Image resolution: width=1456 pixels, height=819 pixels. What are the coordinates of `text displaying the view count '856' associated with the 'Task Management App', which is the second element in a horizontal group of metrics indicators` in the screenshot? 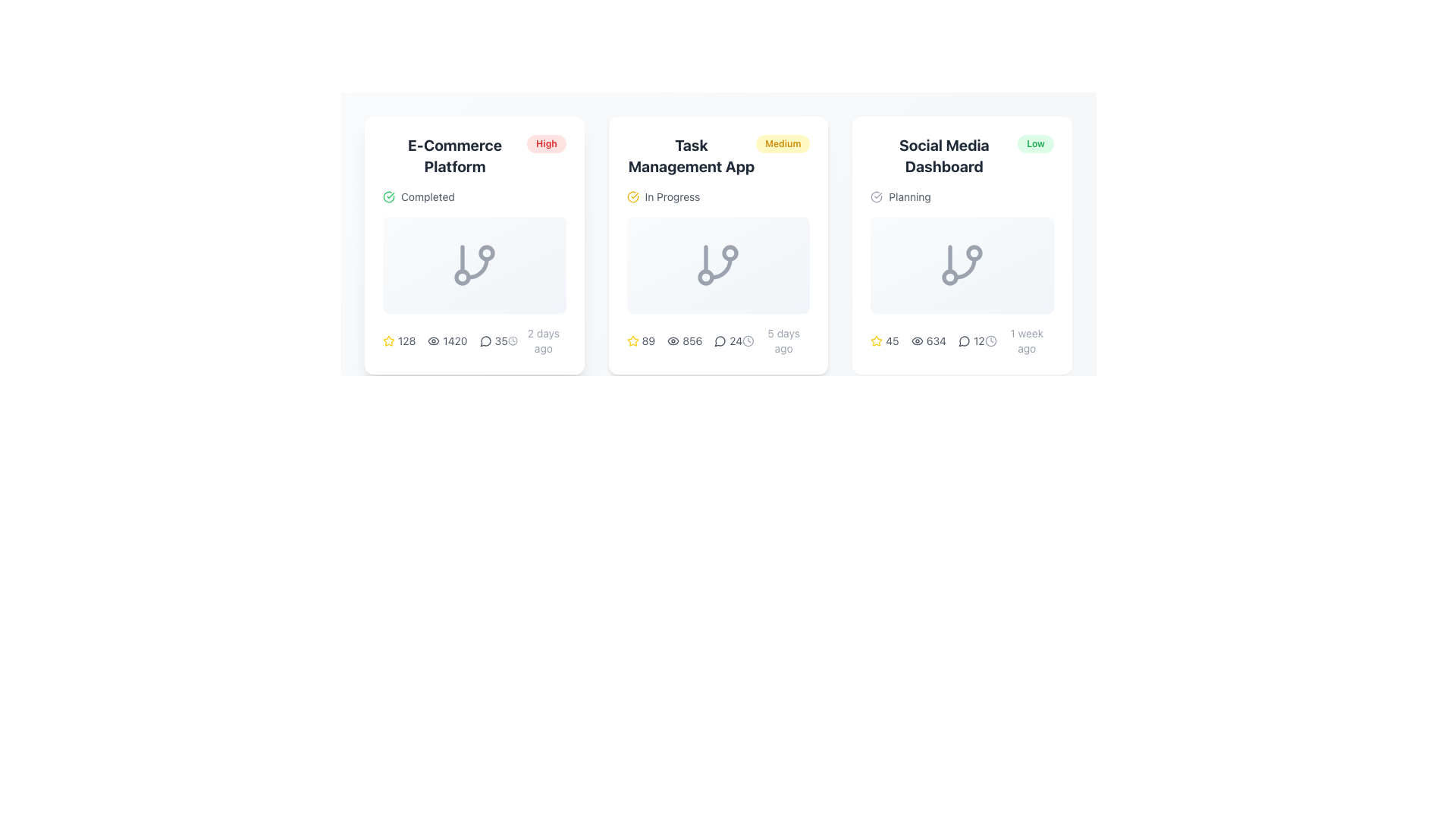 It's located at (683, 341).